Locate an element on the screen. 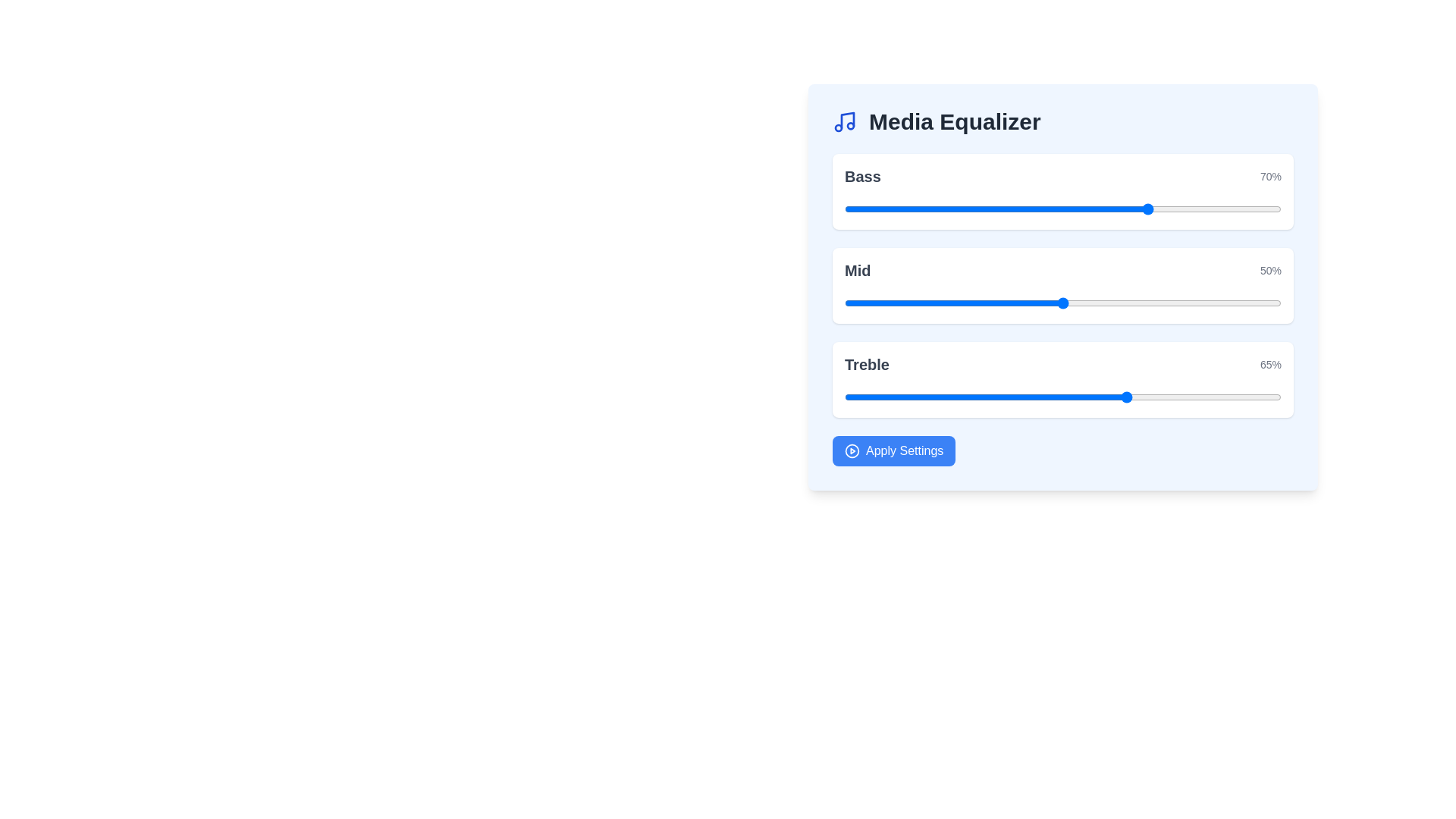 The width and height of the screenshot is (1456, 819). the bass level is located at coordinates (910, 206).